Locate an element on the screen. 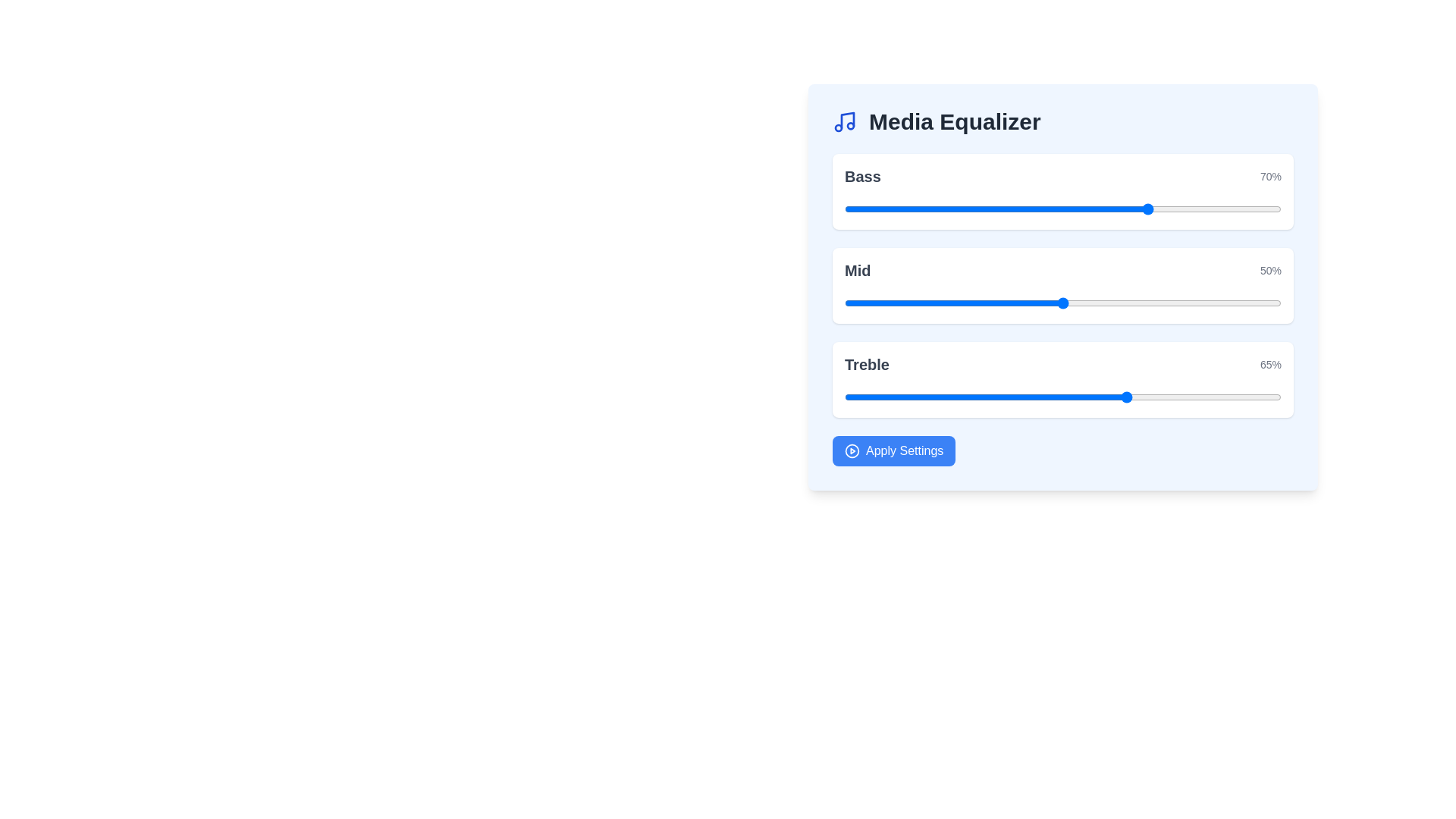 The width and height of the screenshot is (1456, 819). the bass level is located at coordinates (910, 206).